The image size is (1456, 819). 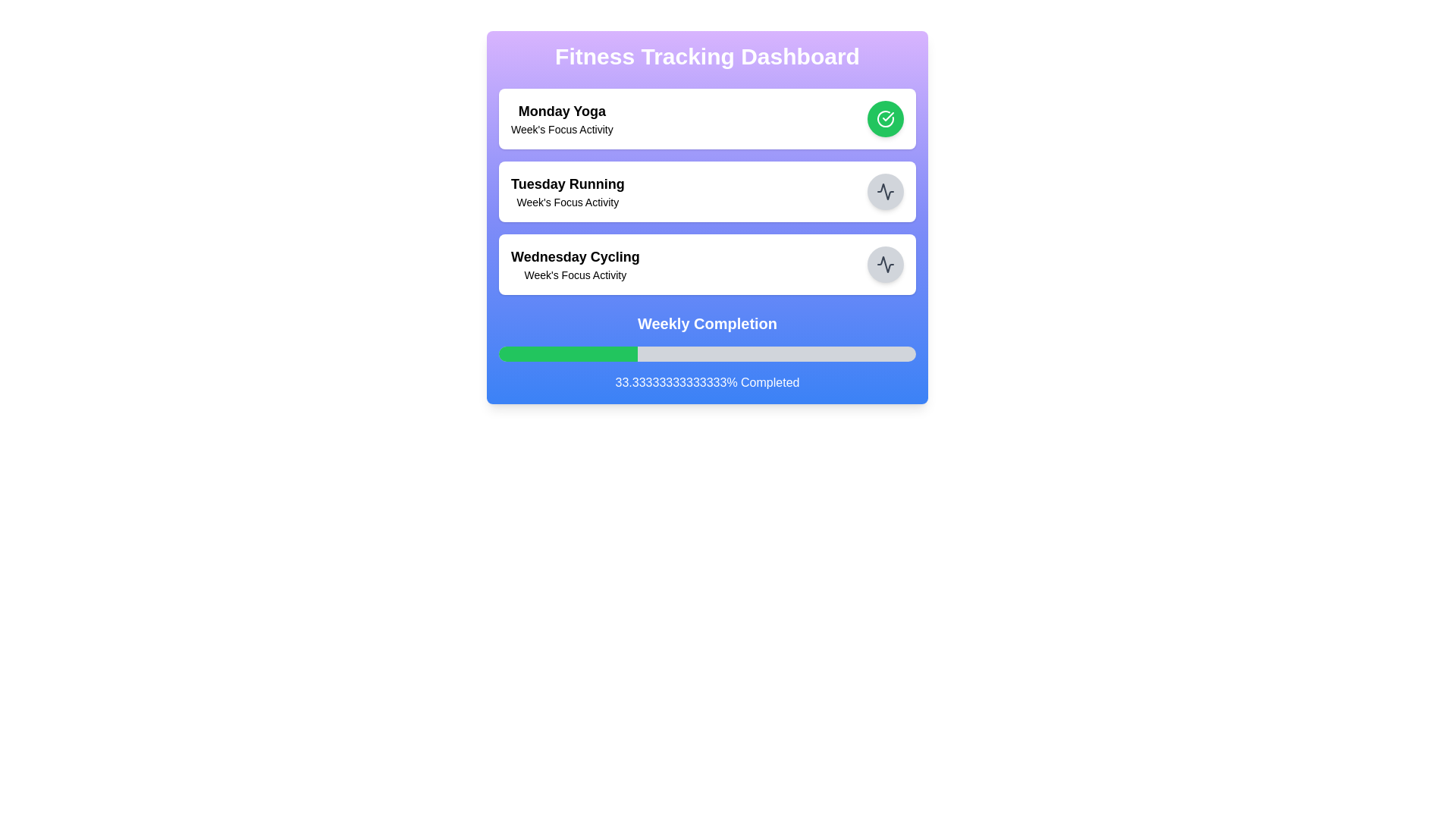 What do you see at coordinates (706, 323) in the screenshot?
I see `the header text label that indicates the progress tracking section to read its content` at bounding box center [706, 323].